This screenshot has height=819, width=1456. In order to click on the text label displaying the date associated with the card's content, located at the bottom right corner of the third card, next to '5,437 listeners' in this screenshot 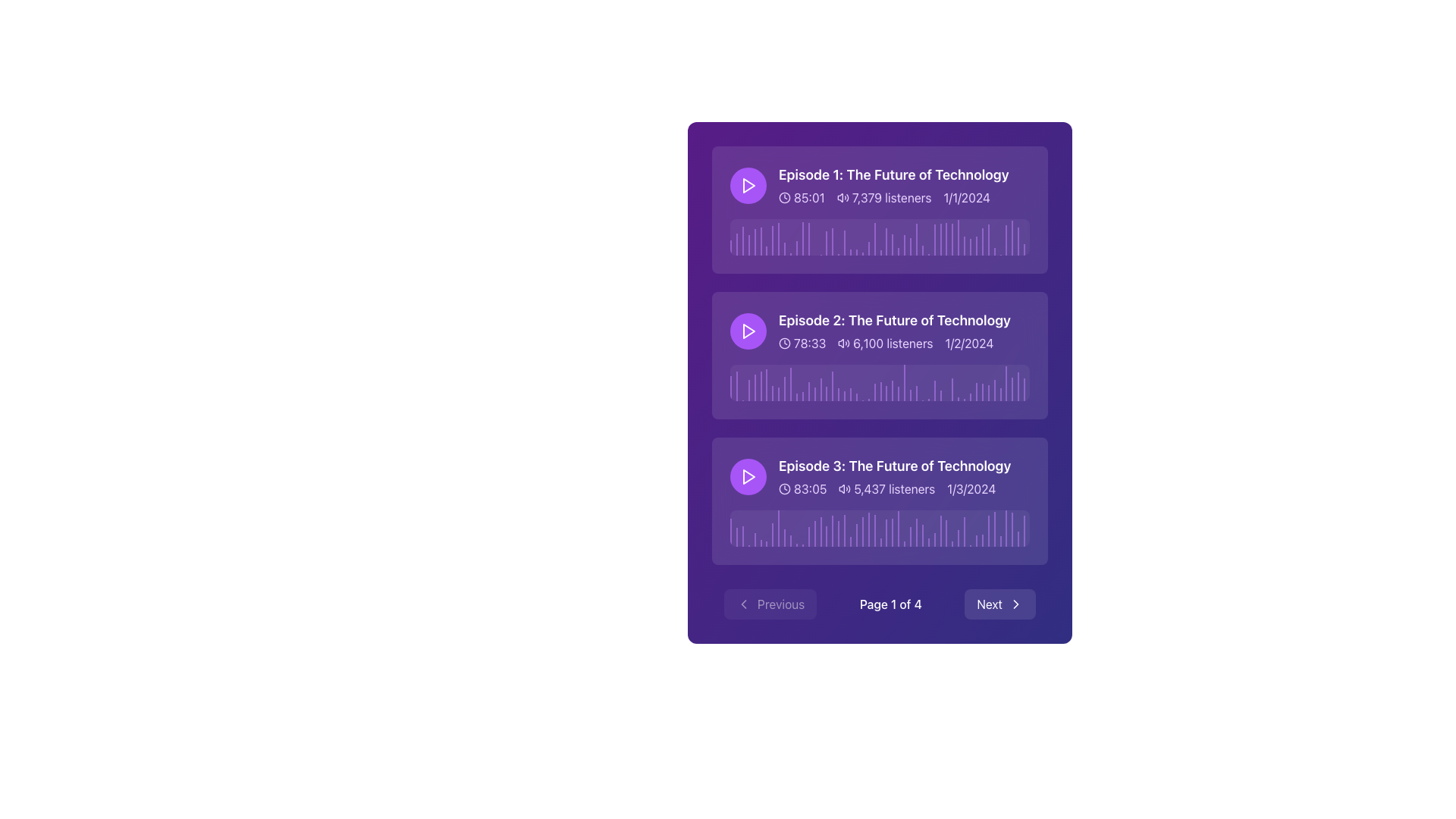, I will do `click(971, 488)`.